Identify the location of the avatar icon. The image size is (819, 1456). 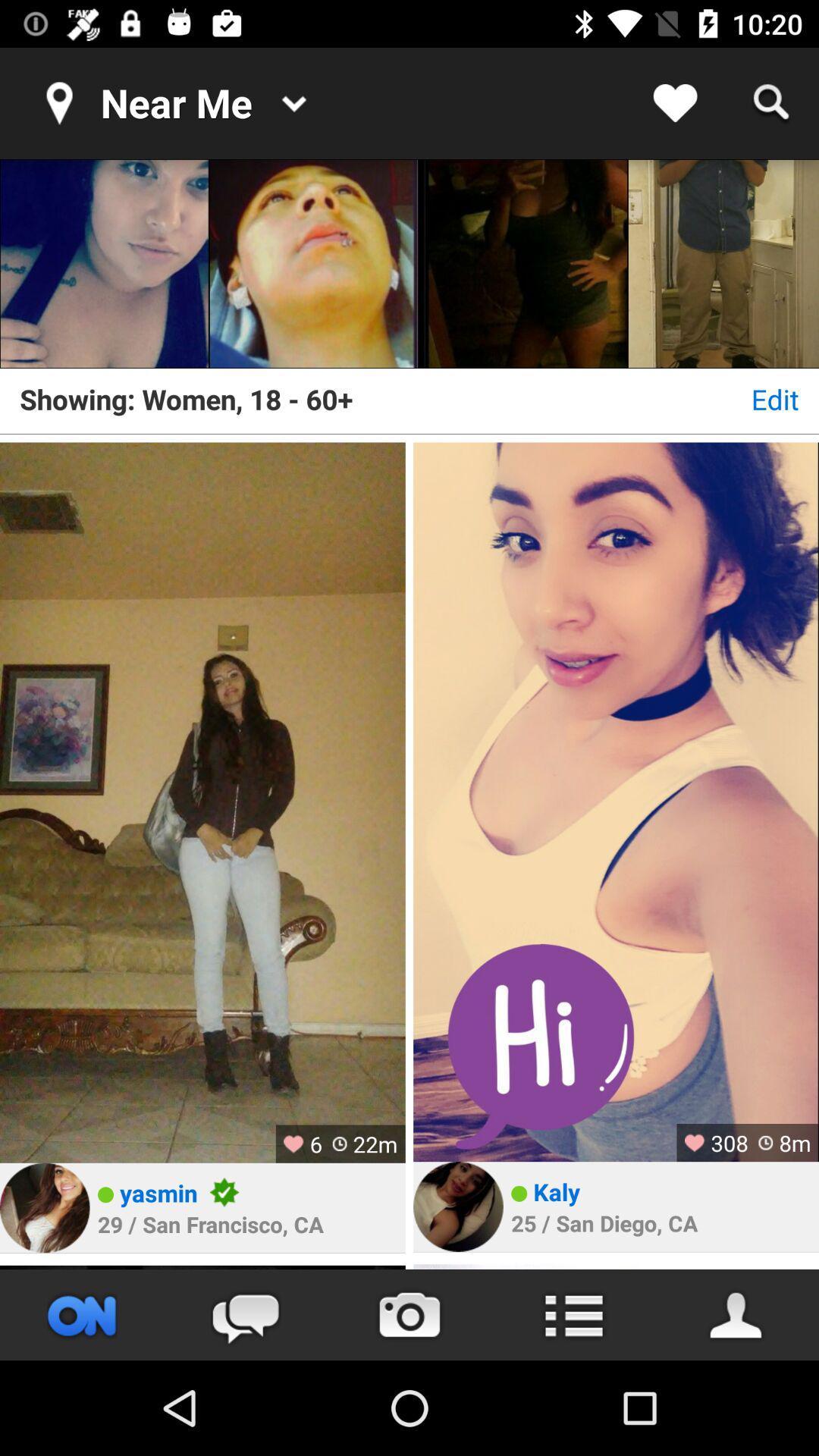
(736, 1314).